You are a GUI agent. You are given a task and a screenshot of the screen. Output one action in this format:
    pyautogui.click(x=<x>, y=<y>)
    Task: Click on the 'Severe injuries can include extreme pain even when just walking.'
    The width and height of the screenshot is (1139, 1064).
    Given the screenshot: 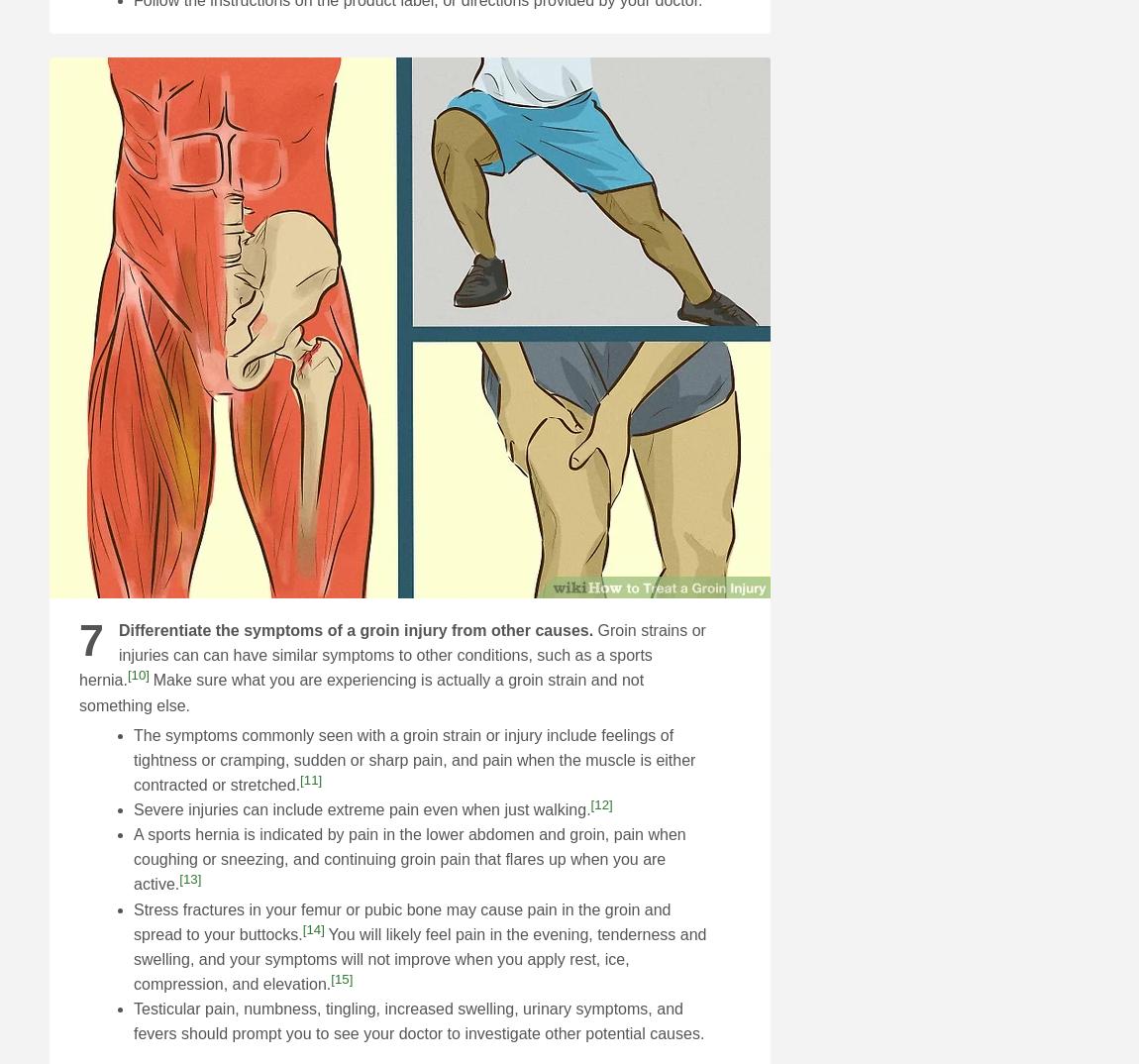 What is the action you would take?
    pyautogui.click(x=362, y=809)
    